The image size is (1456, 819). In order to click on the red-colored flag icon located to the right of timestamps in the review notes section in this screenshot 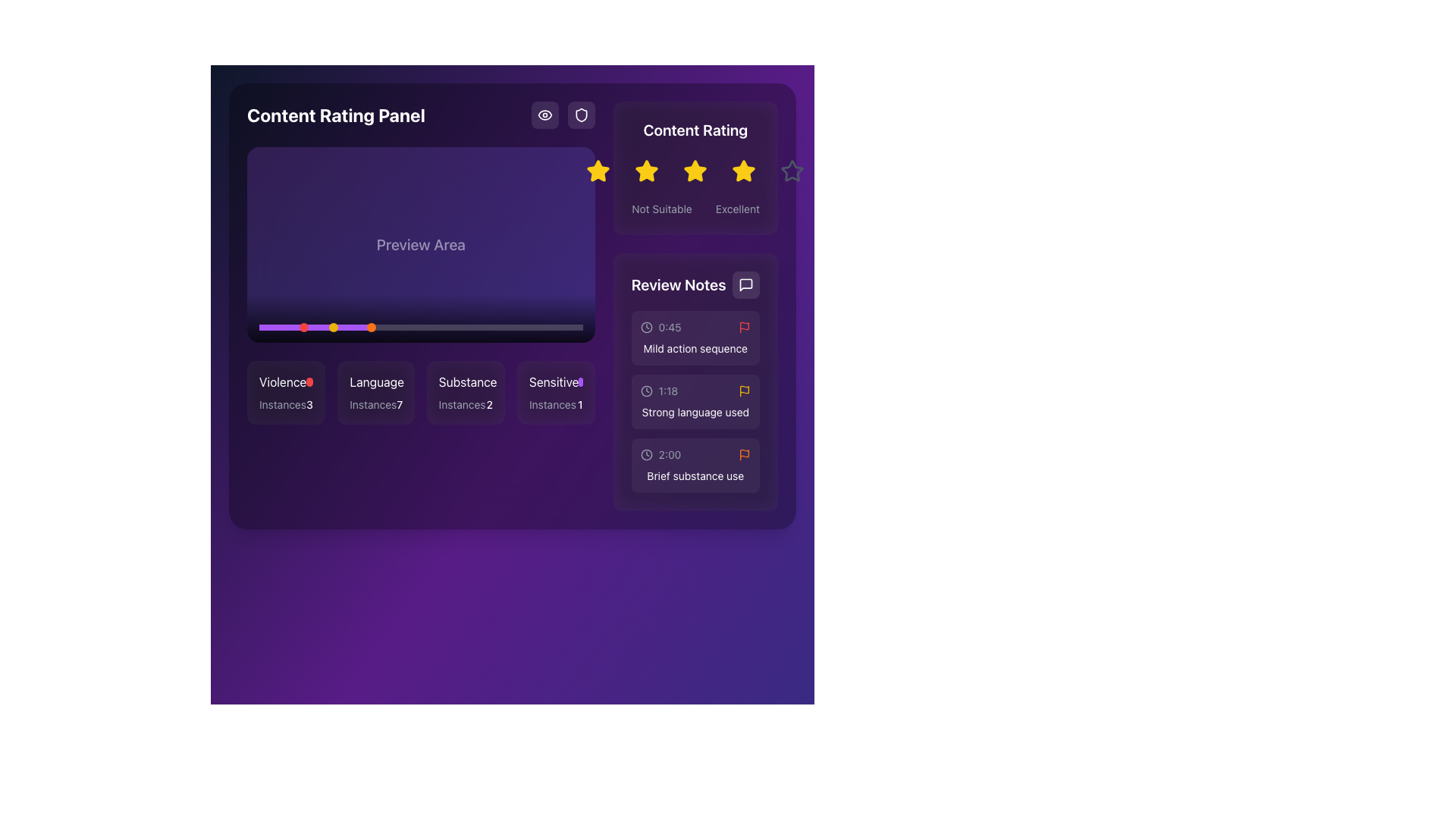, I will do `click(744, 325)`.